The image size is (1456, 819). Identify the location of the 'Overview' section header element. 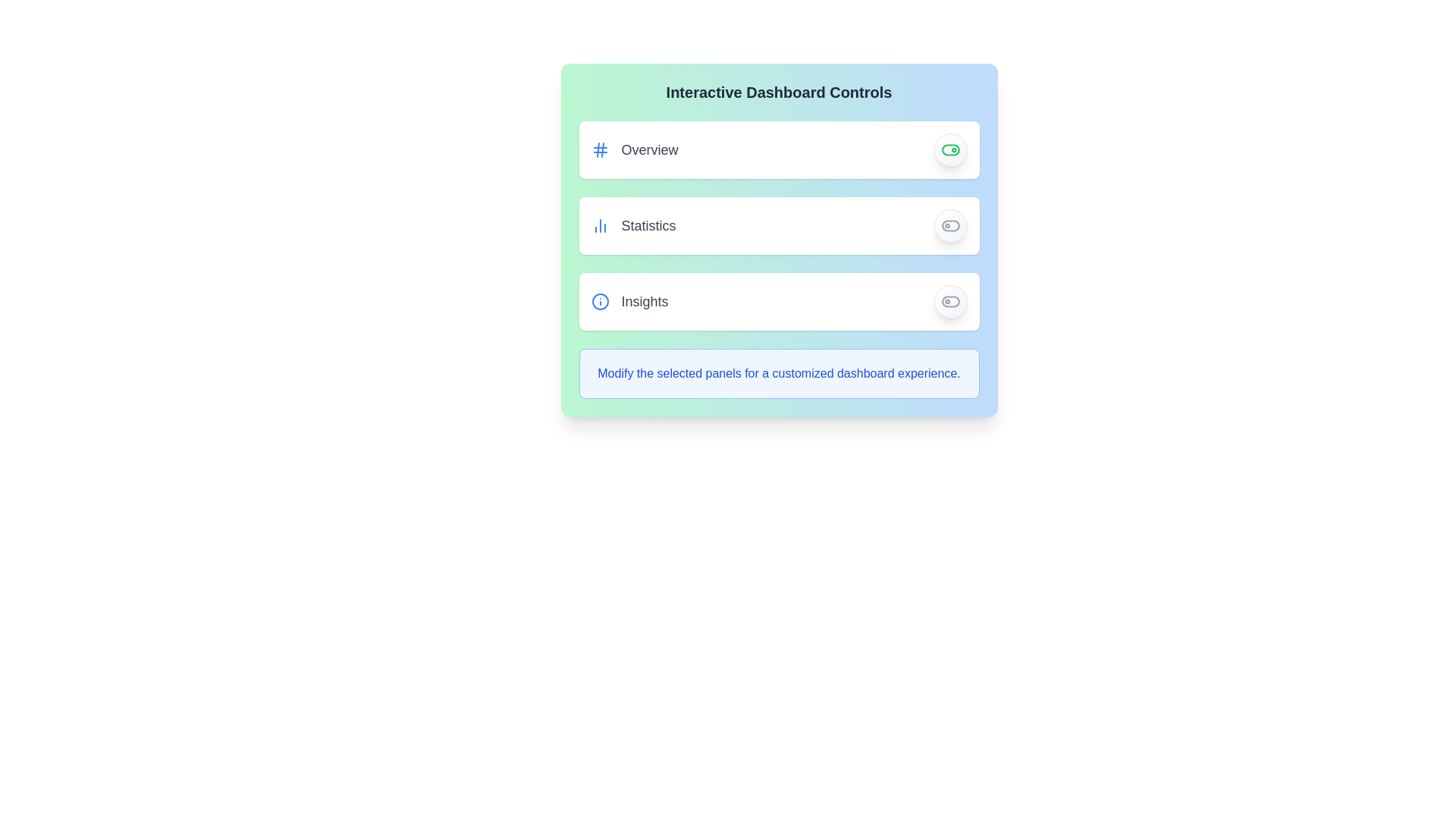
(634, 149).